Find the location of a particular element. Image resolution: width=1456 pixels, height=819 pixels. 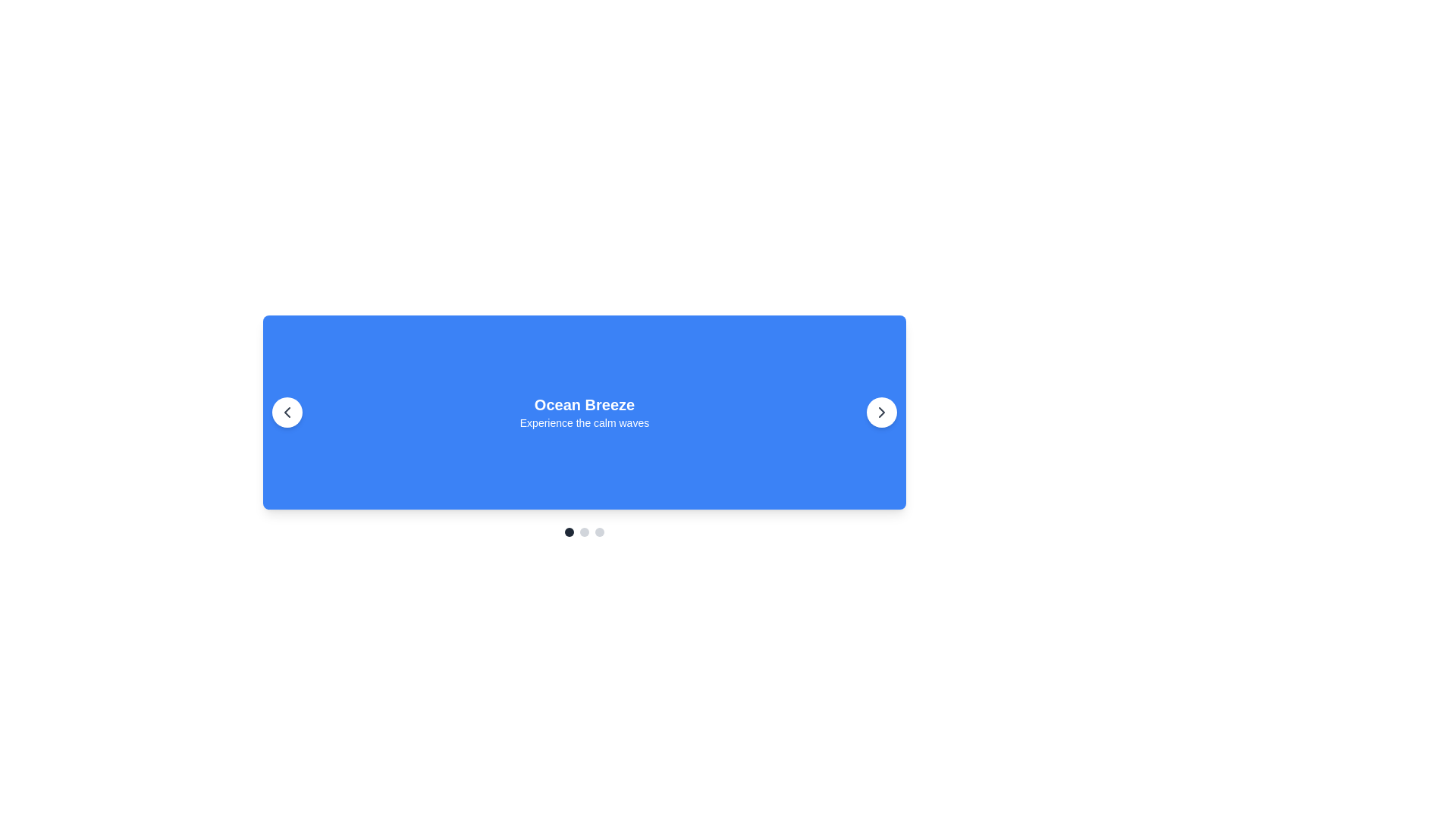

the static text displaying 'Experience the calm waves', which is styled in small white font on a bright blue background, located beneath the heading 'Ocean Breeze' is located at coordinates (584, 423).